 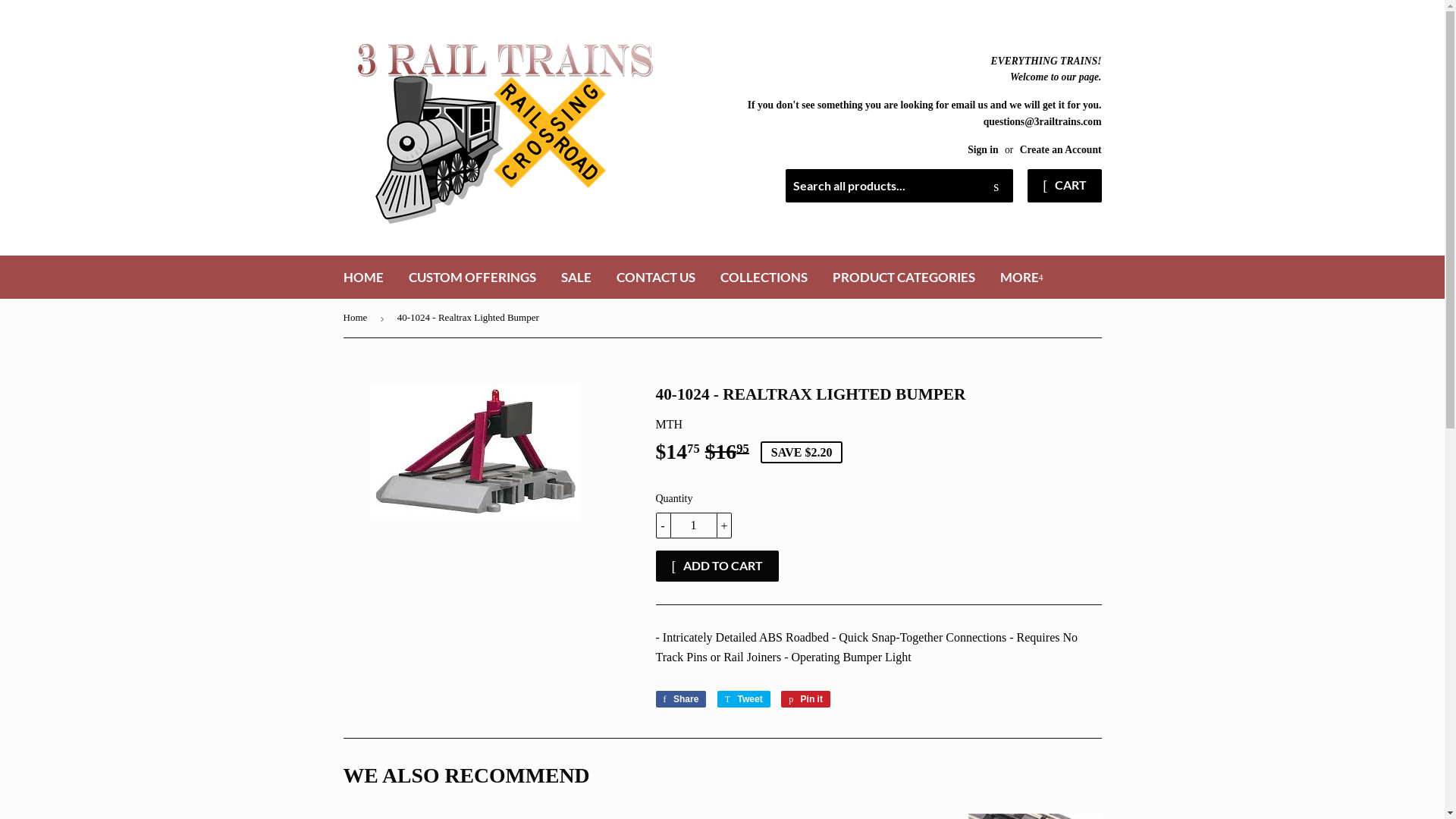 I want to click on 'CONTACT US', so click(x=604, y=277).